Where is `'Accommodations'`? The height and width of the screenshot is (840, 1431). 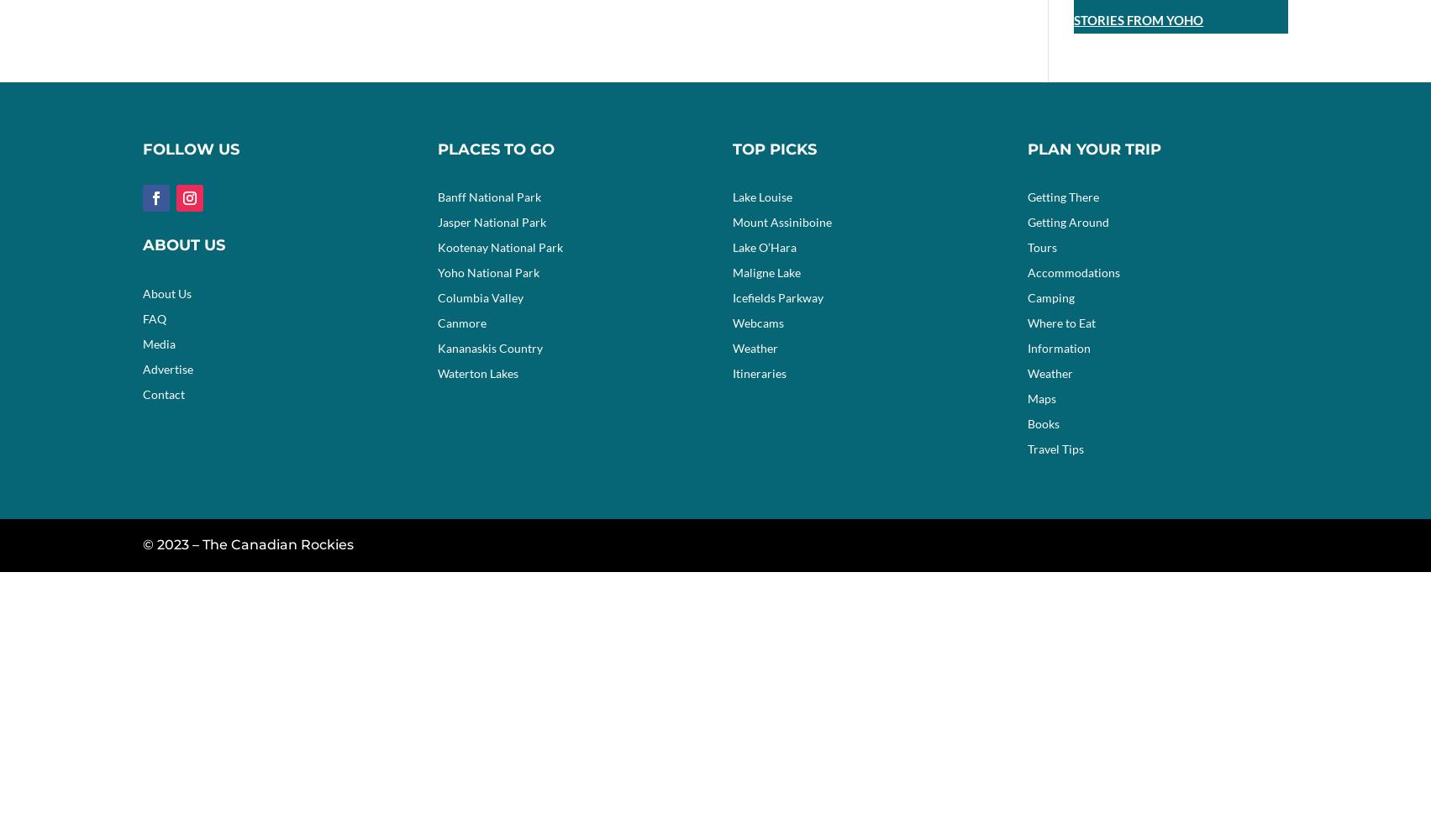
'Accommodations' is located at coordinates (1072, 271).